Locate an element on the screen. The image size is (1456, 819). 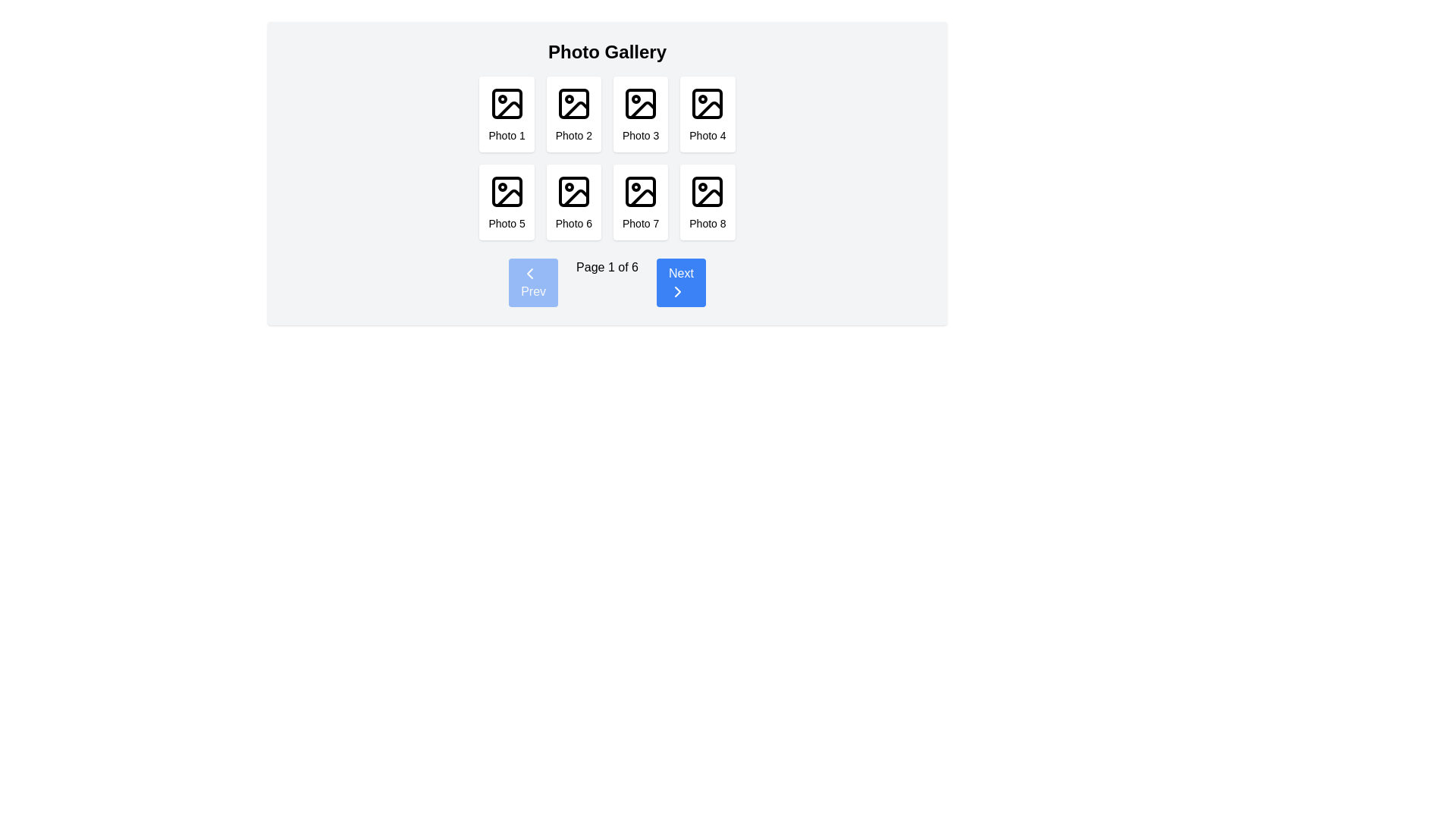
the small square shape with rounded corners located inside the photo icon of 'Photo 2', which is the second item in the image grid is located at coordinates (573, 103).